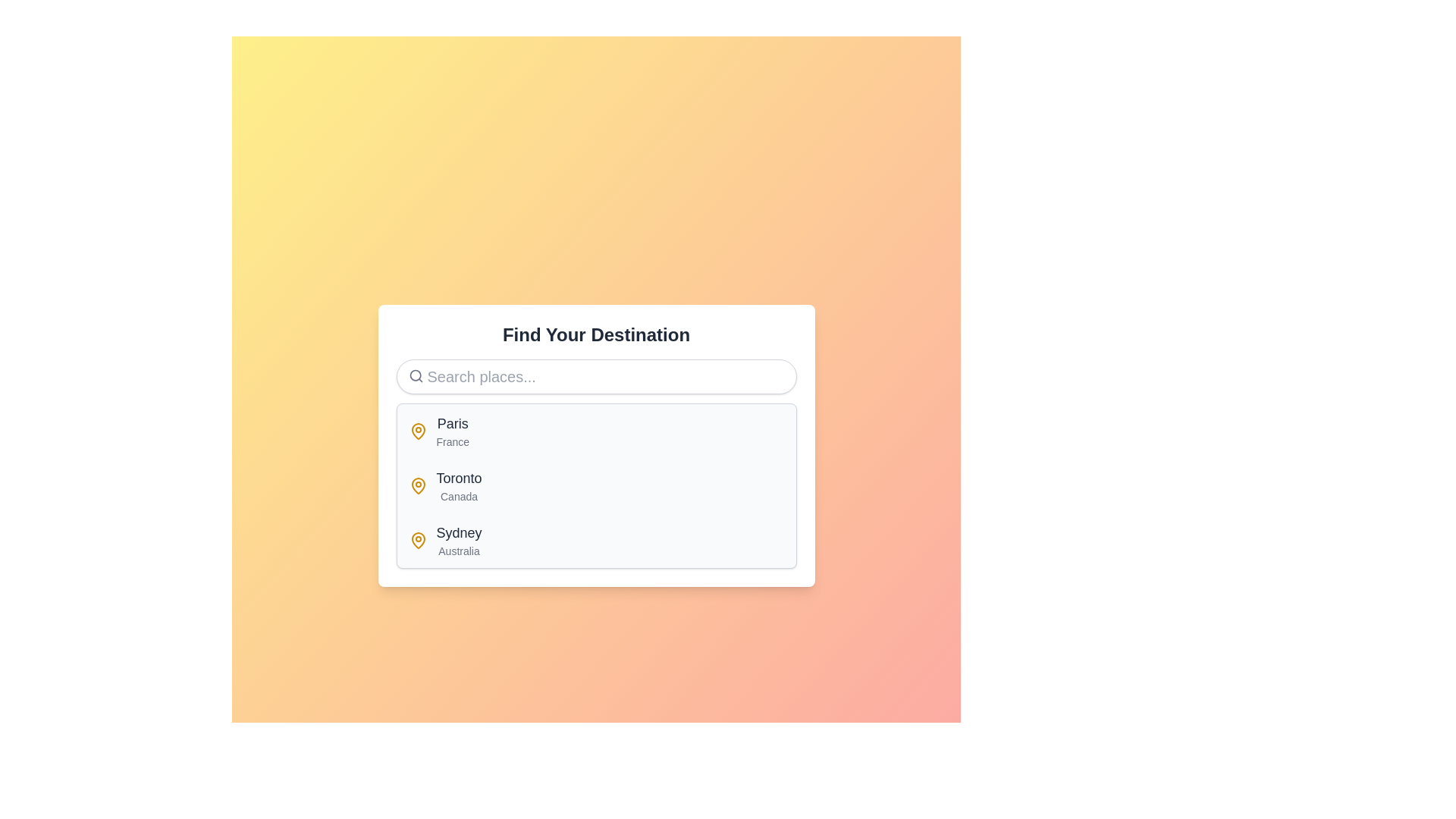 The height and width of the screenshot is (819, 1456). Describe the element at coordinates (458, 540) in the screenshot. I see `the text label displaying 'Sydney' in a selectable list item` at that location.